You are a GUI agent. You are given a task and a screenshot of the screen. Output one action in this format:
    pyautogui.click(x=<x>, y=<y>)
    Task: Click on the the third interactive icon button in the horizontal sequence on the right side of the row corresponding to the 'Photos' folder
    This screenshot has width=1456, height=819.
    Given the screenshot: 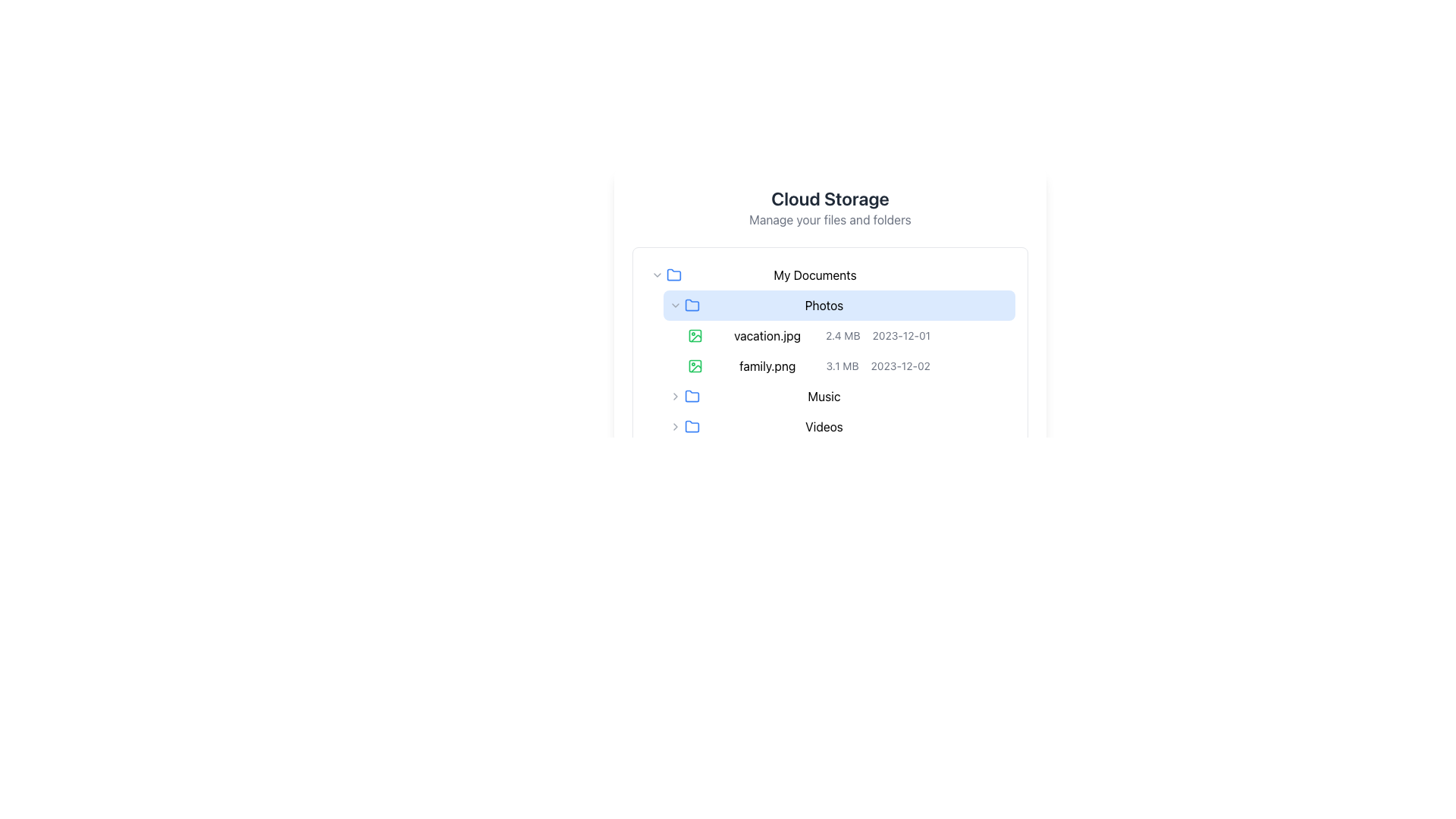 What is the action you would take?
    pyautogui.click(x=966, y=305)
    